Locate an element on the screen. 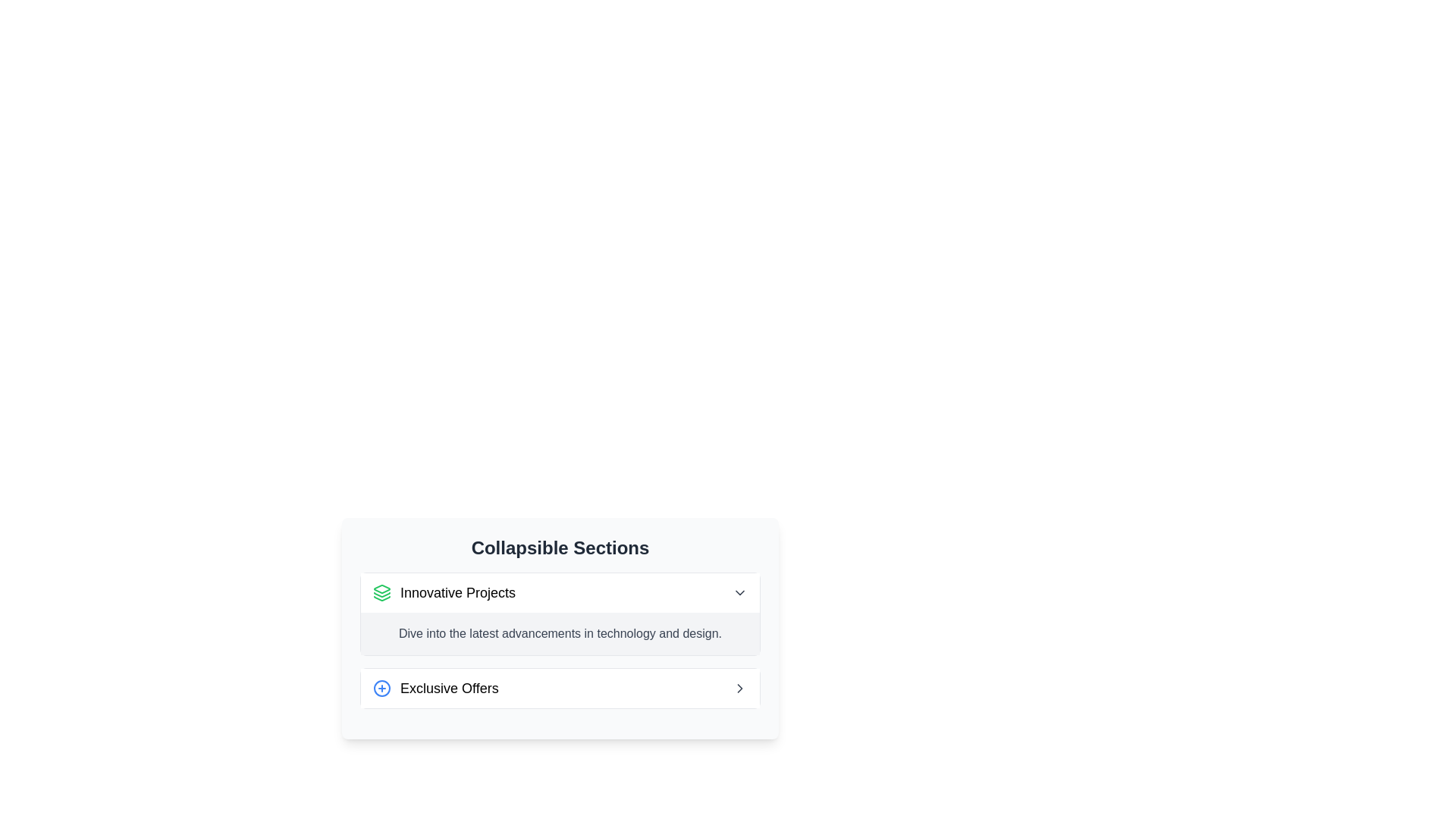  the leftmost icon representing the 'Innovative Projects' section, located at the top of the collapsible card's header is located at coordinates (382, 592).